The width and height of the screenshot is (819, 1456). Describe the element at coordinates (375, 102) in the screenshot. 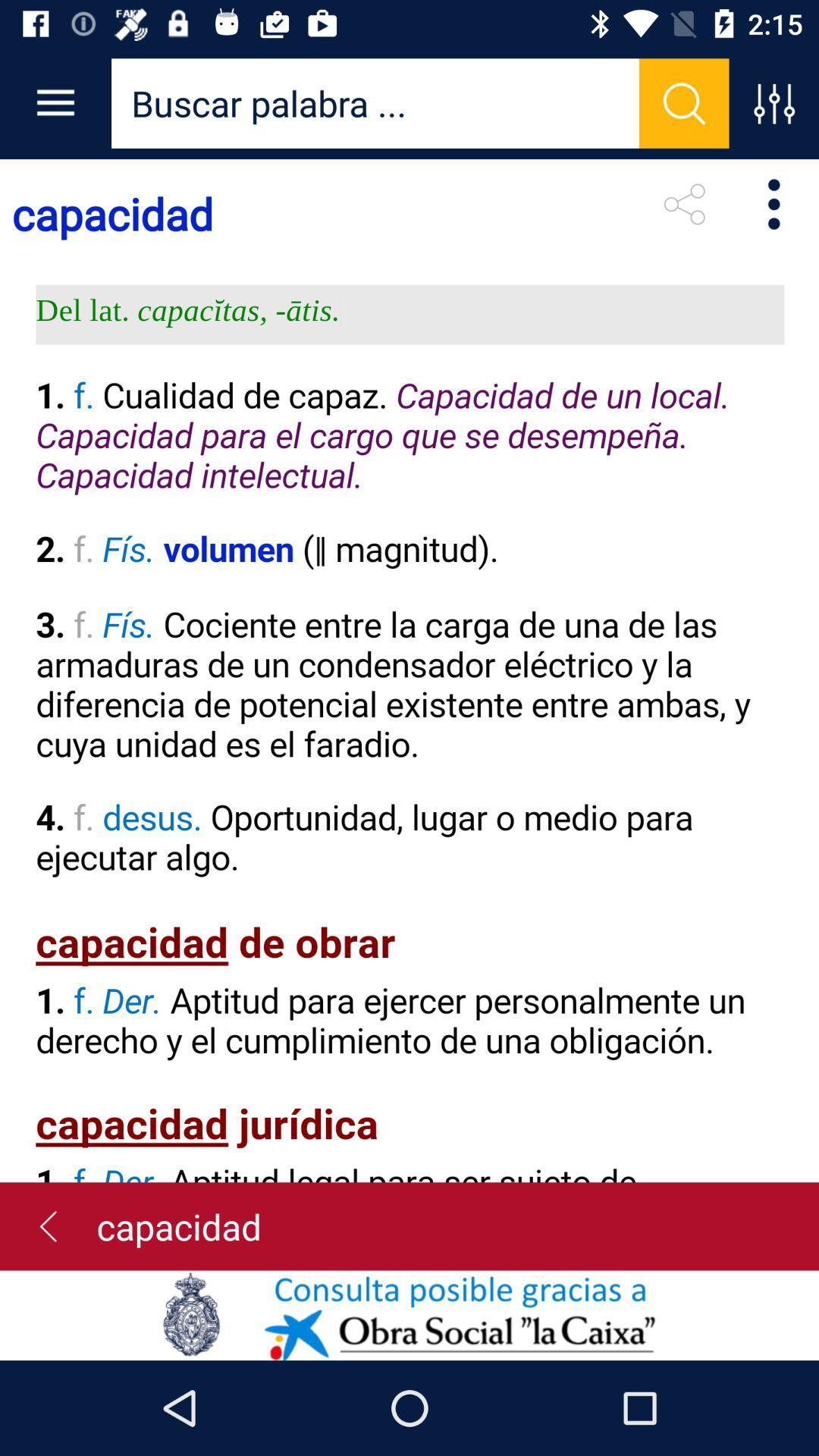

I see `search` at that location.